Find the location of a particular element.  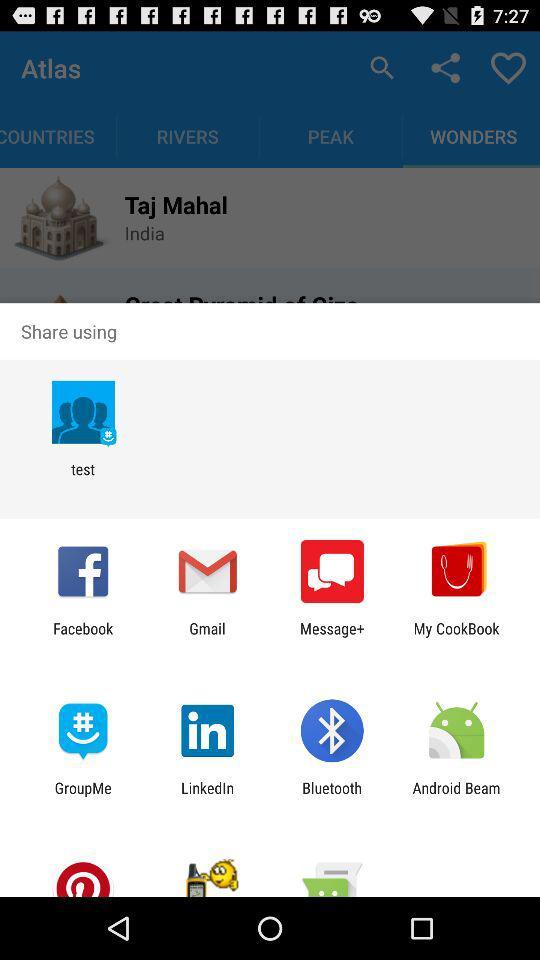

icon next to bluetooth is located at coordinates (206, 796).